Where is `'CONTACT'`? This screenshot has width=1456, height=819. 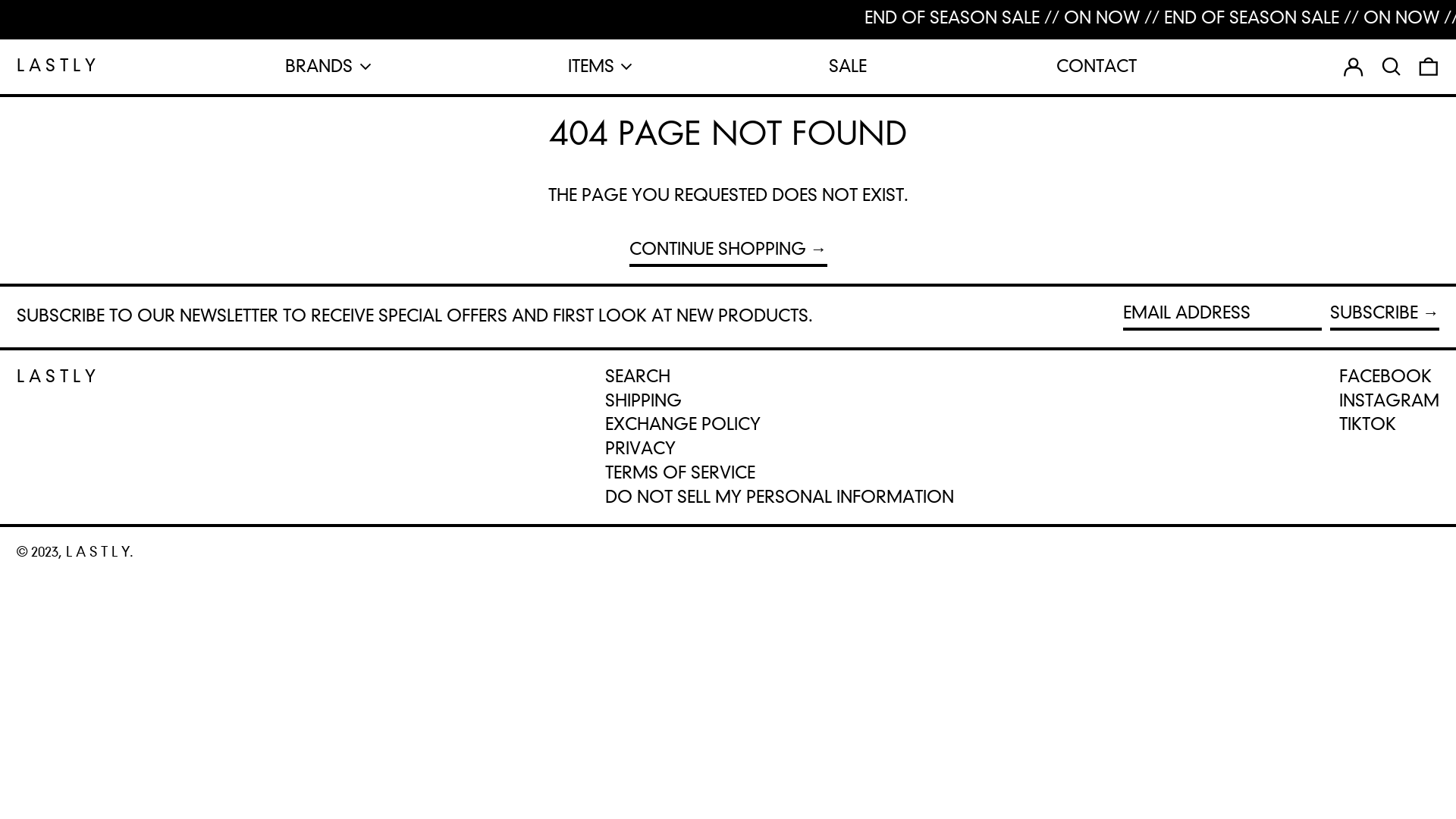
'CONTACT' is located at coordinates (1096, 66).